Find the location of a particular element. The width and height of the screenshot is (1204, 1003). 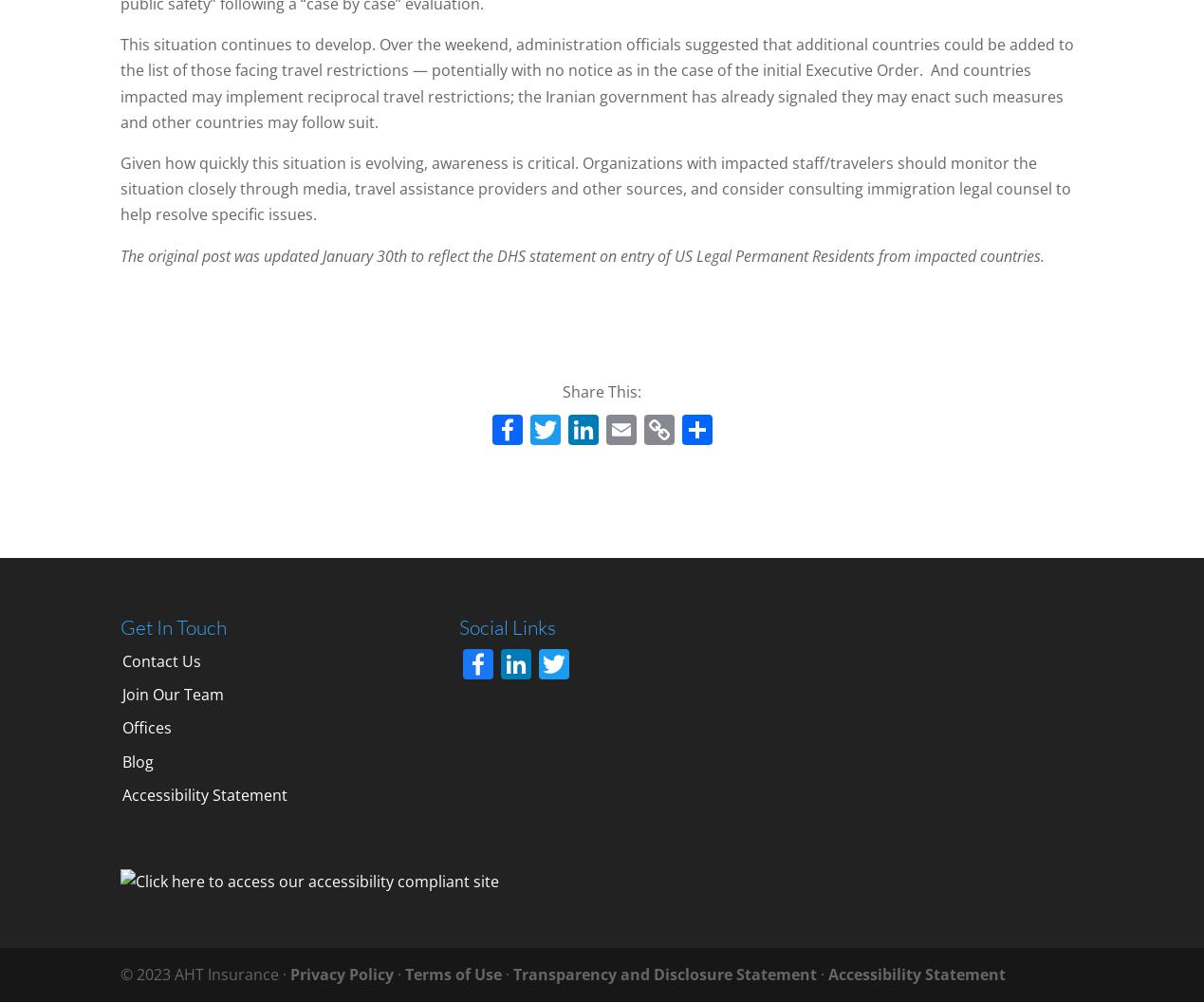

'Join Our Team' is located at coordinates (171, 693).